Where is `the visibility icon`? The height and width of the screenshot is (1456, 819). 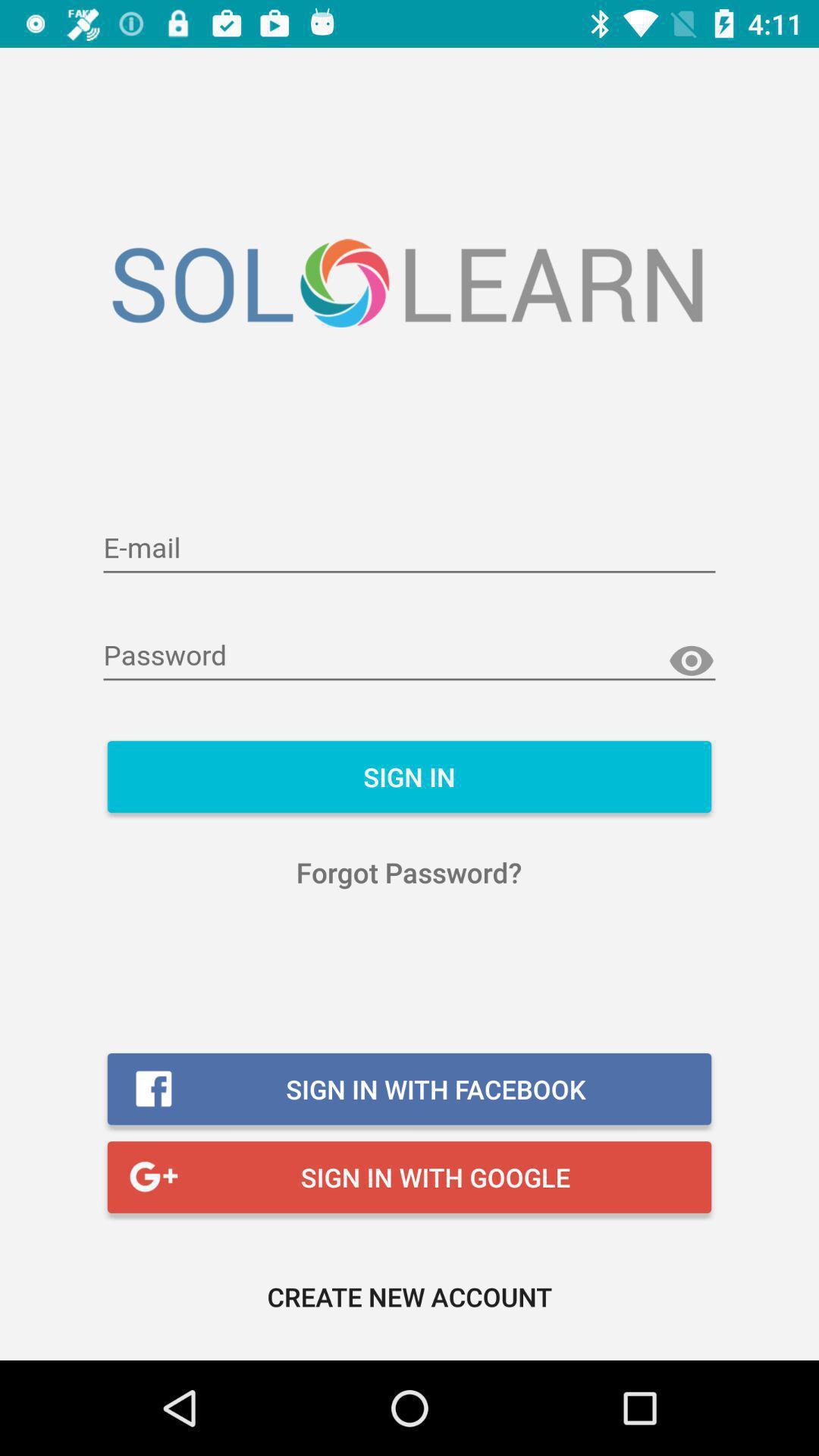
the visibility icon is located at coordinates (691, 661).